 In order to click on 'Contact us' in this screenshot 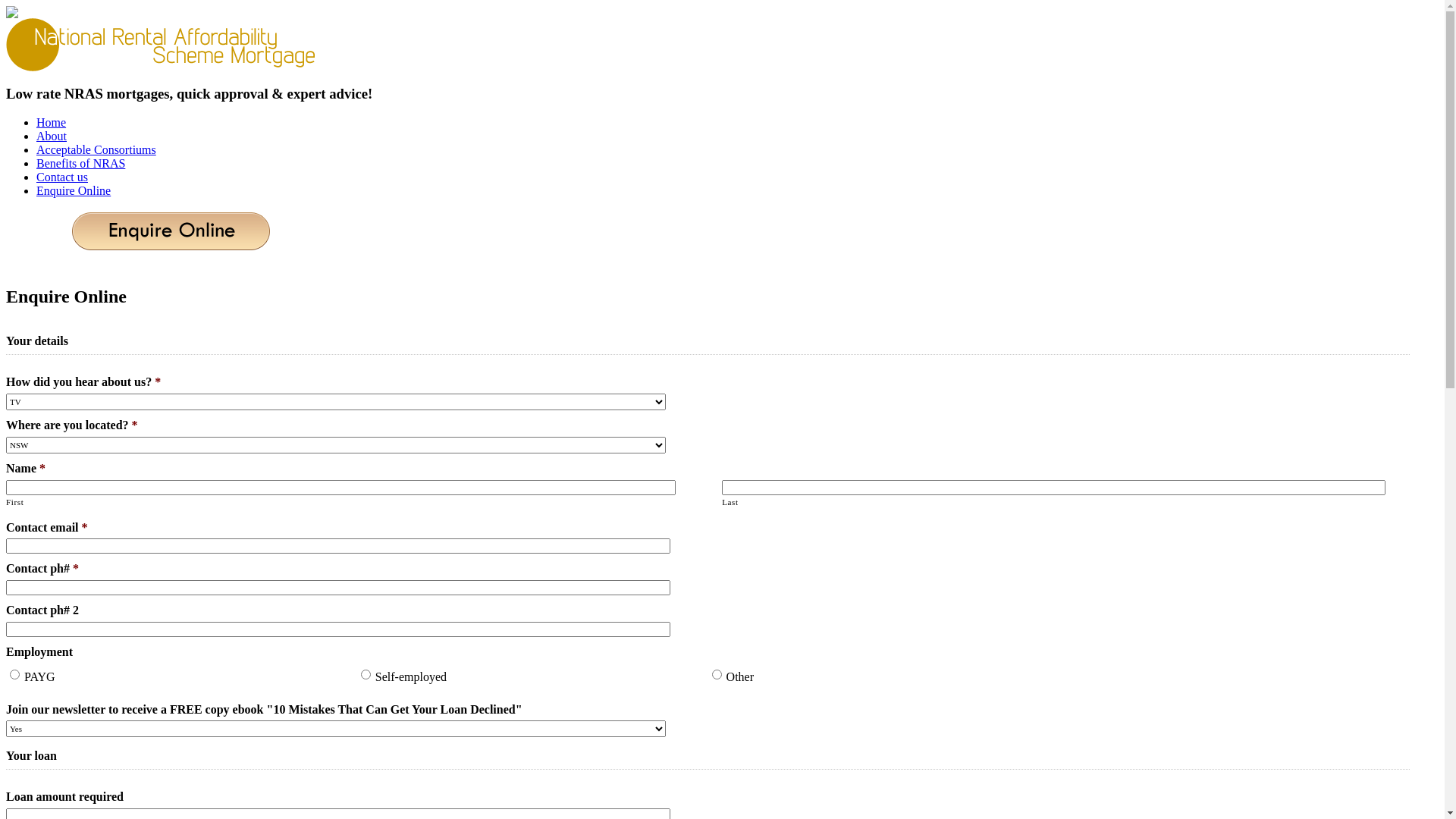, I will do `click(61, 176)`.